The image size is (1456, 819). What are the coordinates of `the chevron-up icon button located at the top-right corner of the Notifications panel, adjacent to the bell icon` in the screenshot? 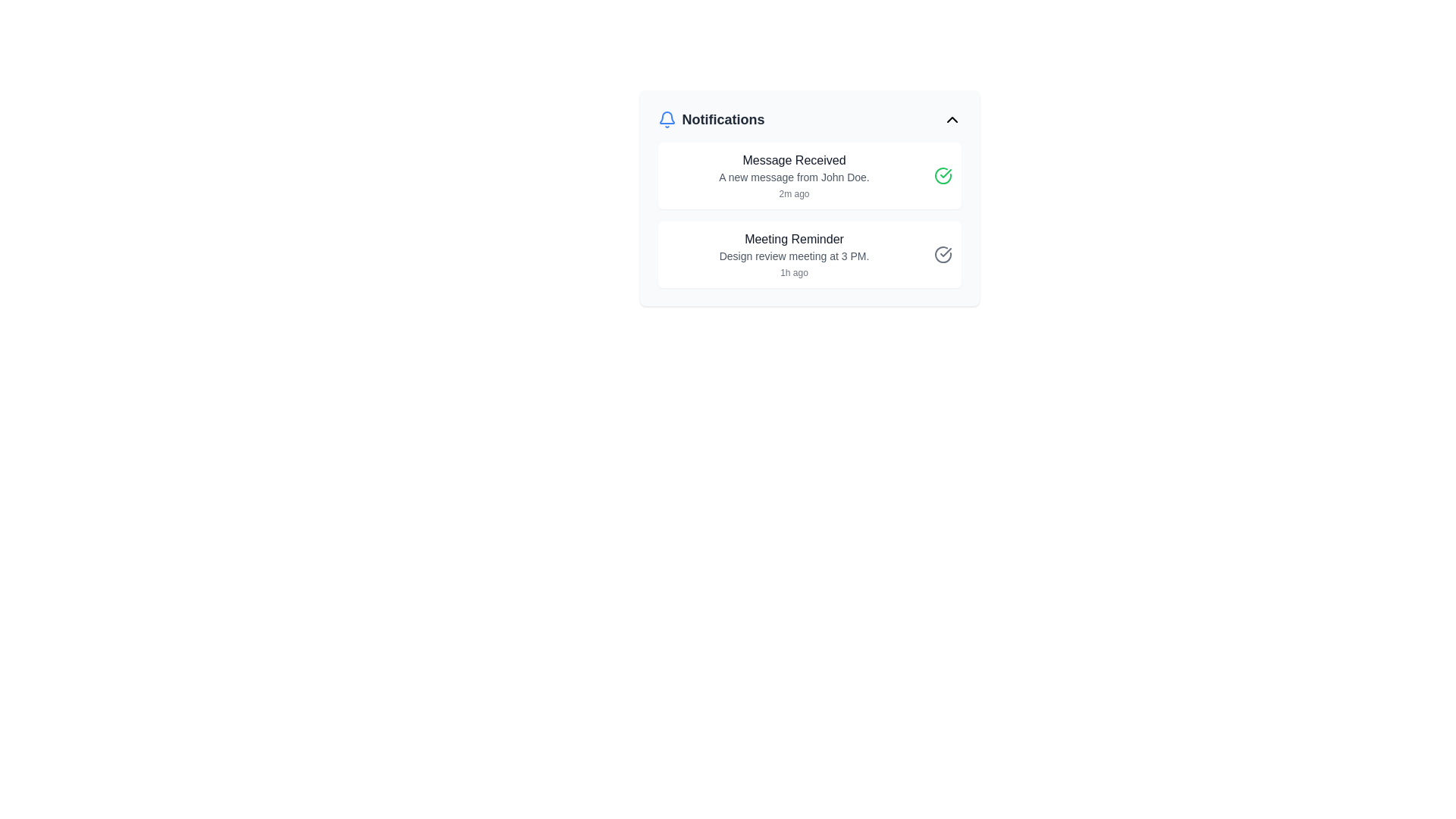 It's located at (951, 119).